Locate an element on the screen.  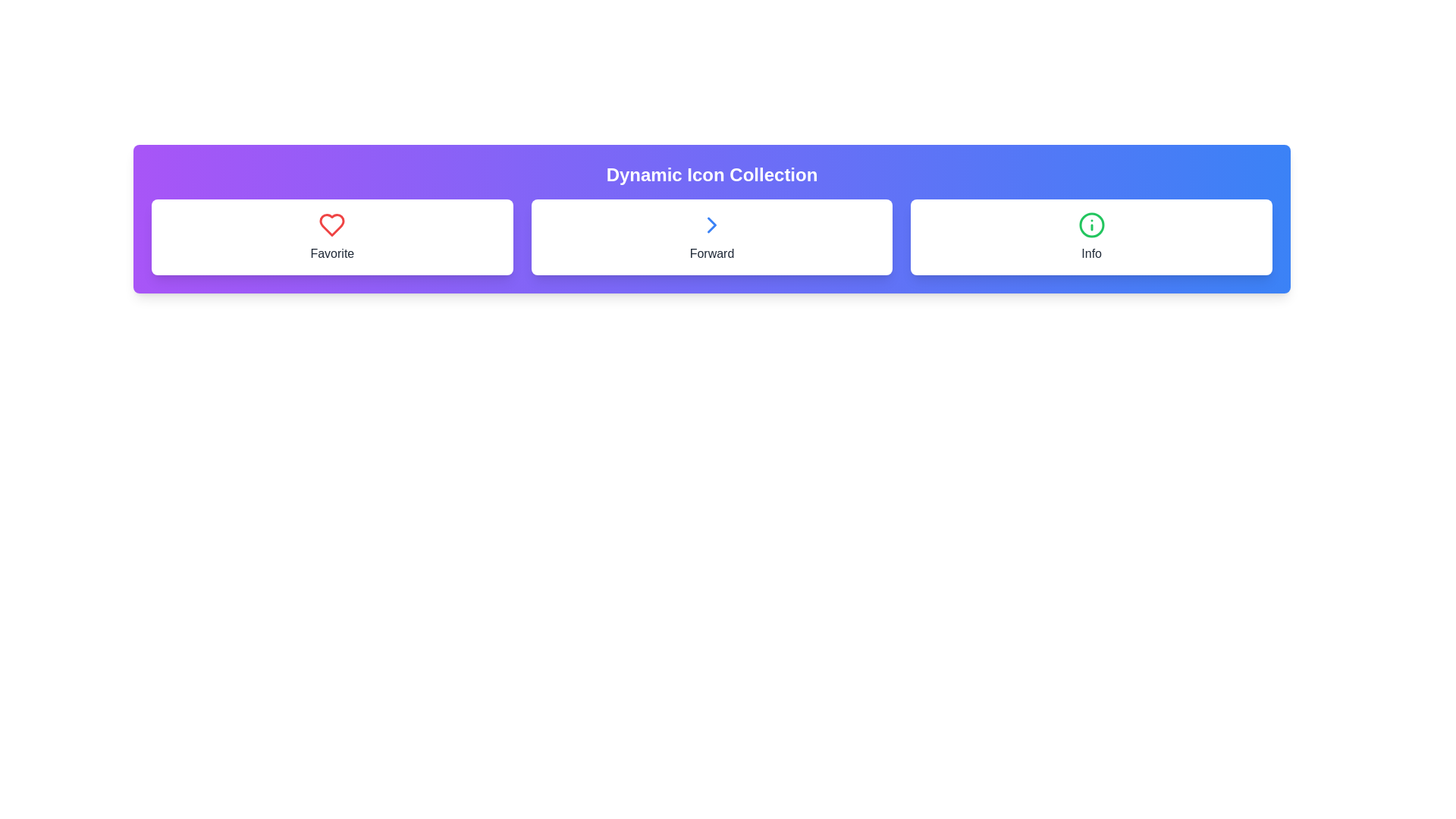
the circular green outlined informational icon with a central 'i' shape located within the 'Info' card is located at coordinates (1090, 225).